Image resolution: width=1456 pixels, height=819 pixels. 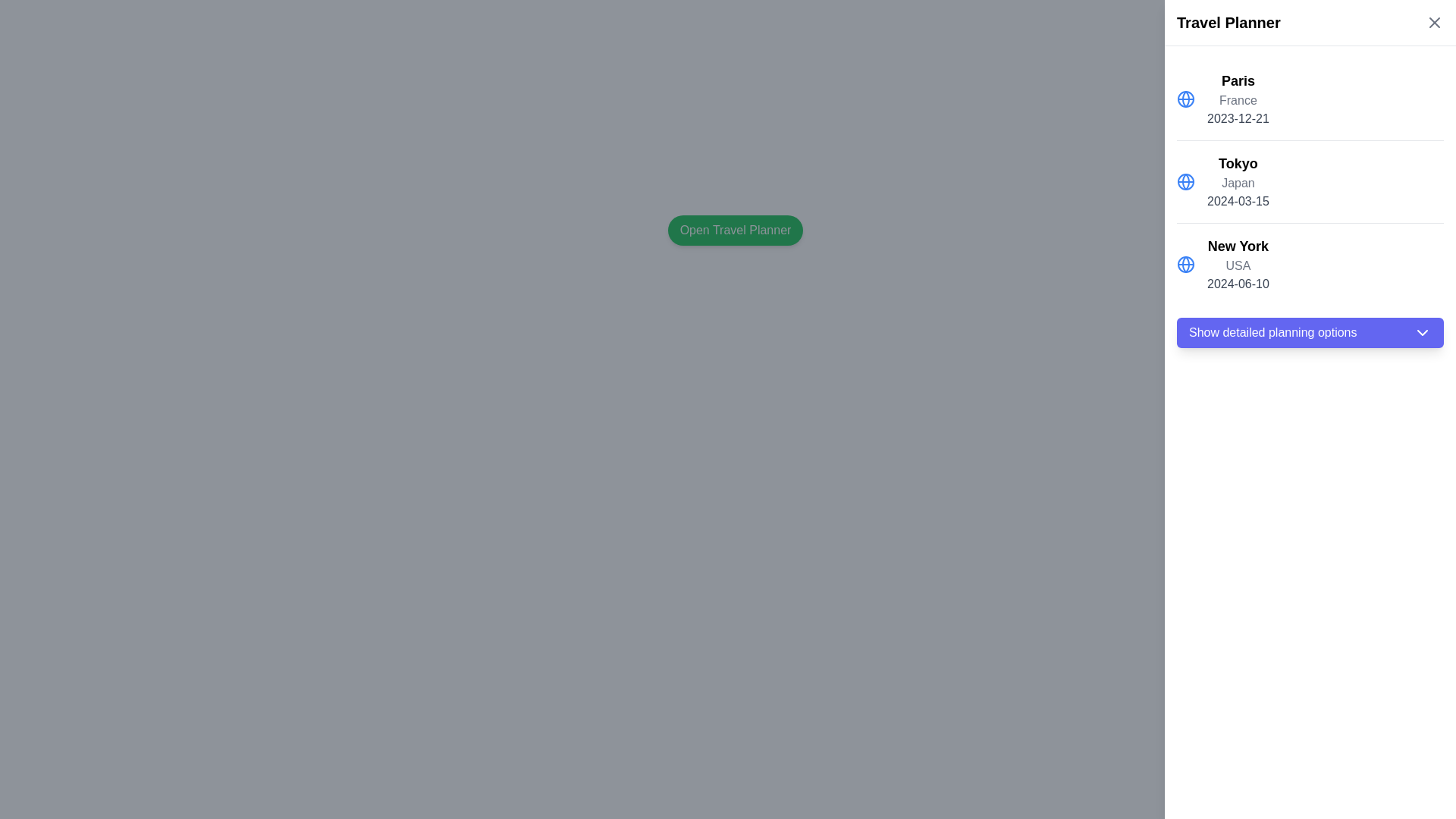 I want to click on the informational text label displaying the travel date for 'New York' located in the right-hand panel titled 'Travel Planner', specifically the third entry in the list beneath 'USA', so click(x=1238, y=284).